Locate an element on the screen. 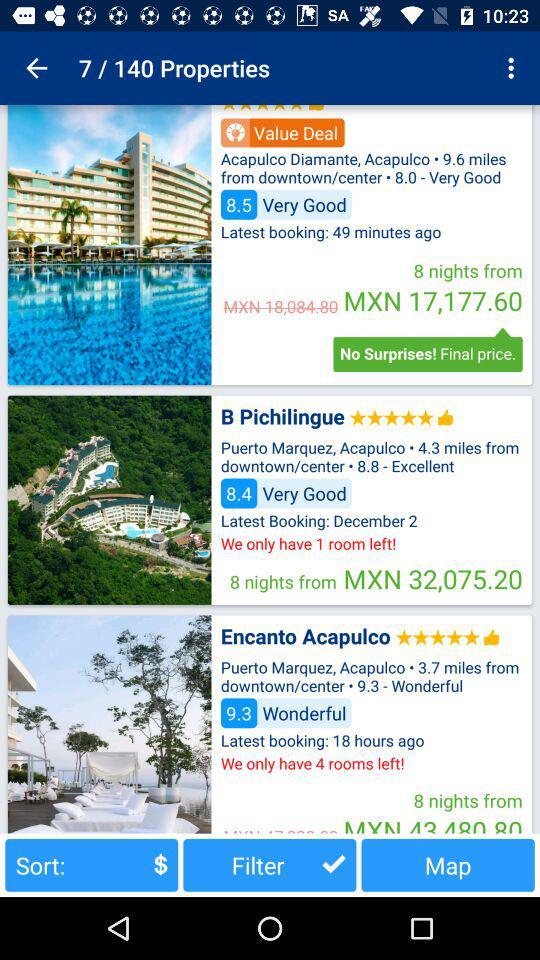  click in the image is located at coordinates (109, 499).